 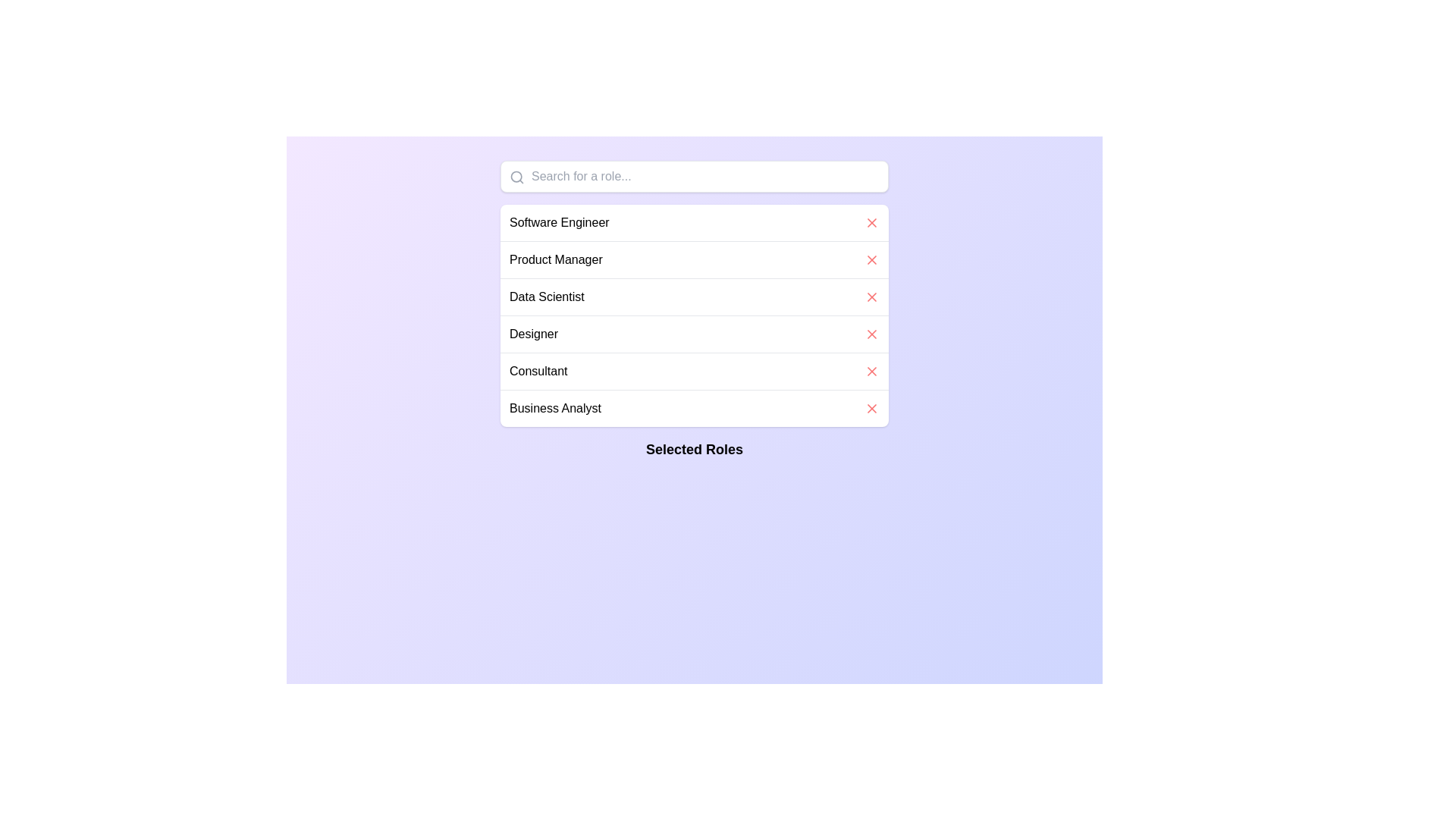 I want to click on text label that displays 'Data Scientist', which is located as the third entry in a vertical list of roles on a white card at the center of the page, so click(x=546, y=297).